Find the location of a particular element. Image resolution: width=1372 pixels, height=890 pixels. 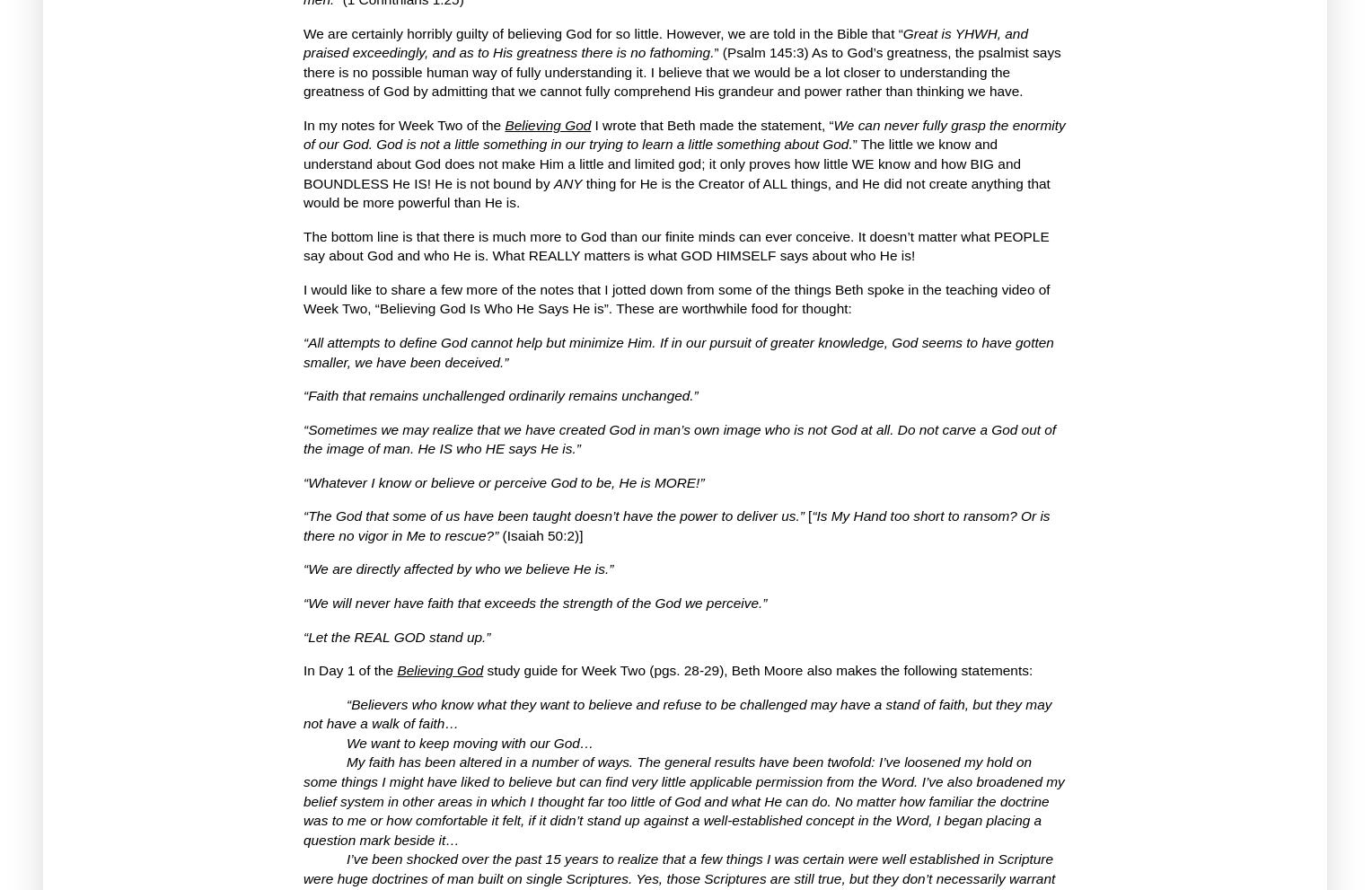

'“Let the REAL GOD stand up.”' is located at coordinates (397, 636).